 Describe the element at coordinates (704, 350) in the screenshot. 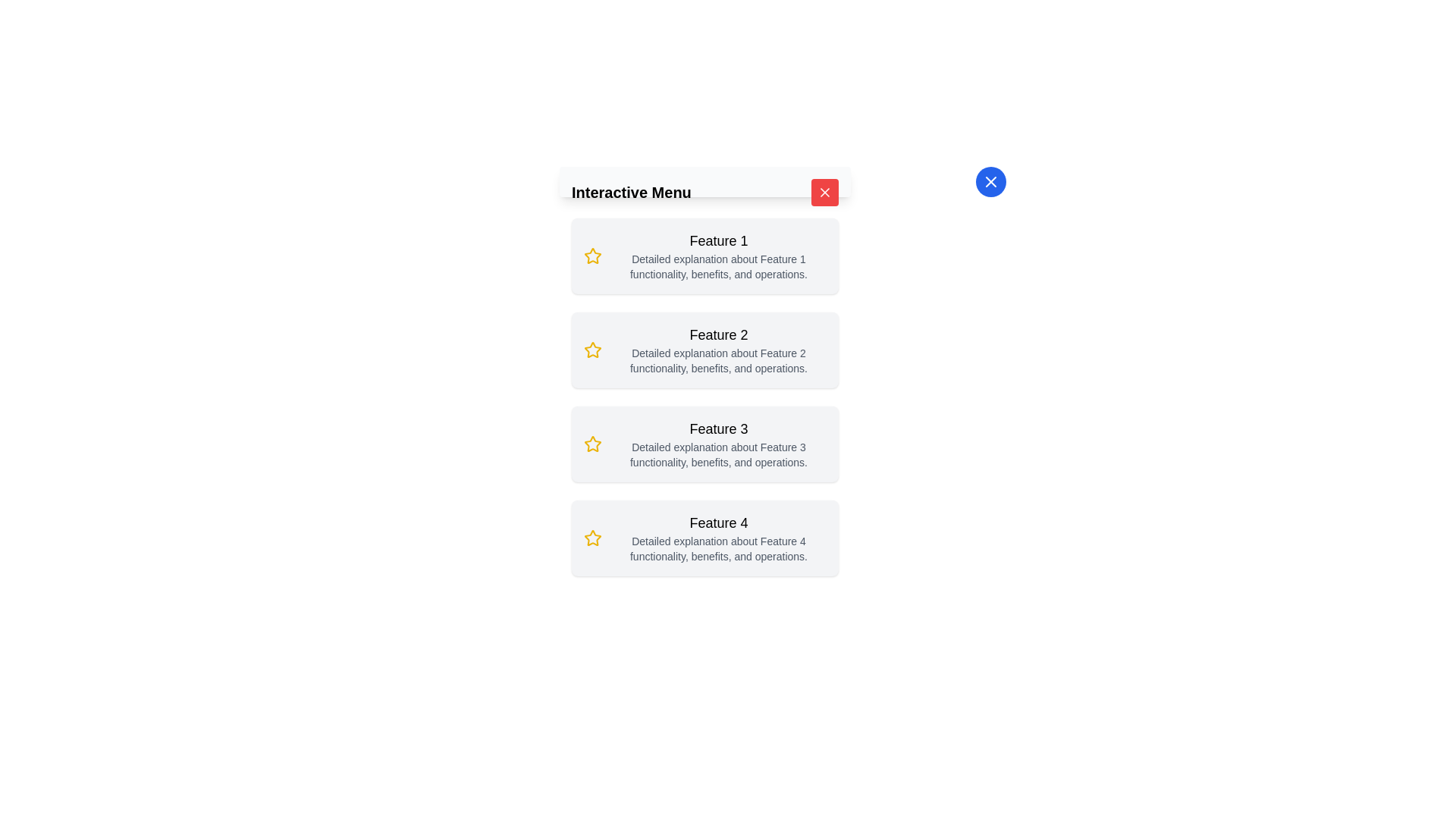

I see `detailed description of the 'Feature 2' informational card, which is the second item in a vertically stacked list, identified by its light gray background and yellow star icon` at that location.